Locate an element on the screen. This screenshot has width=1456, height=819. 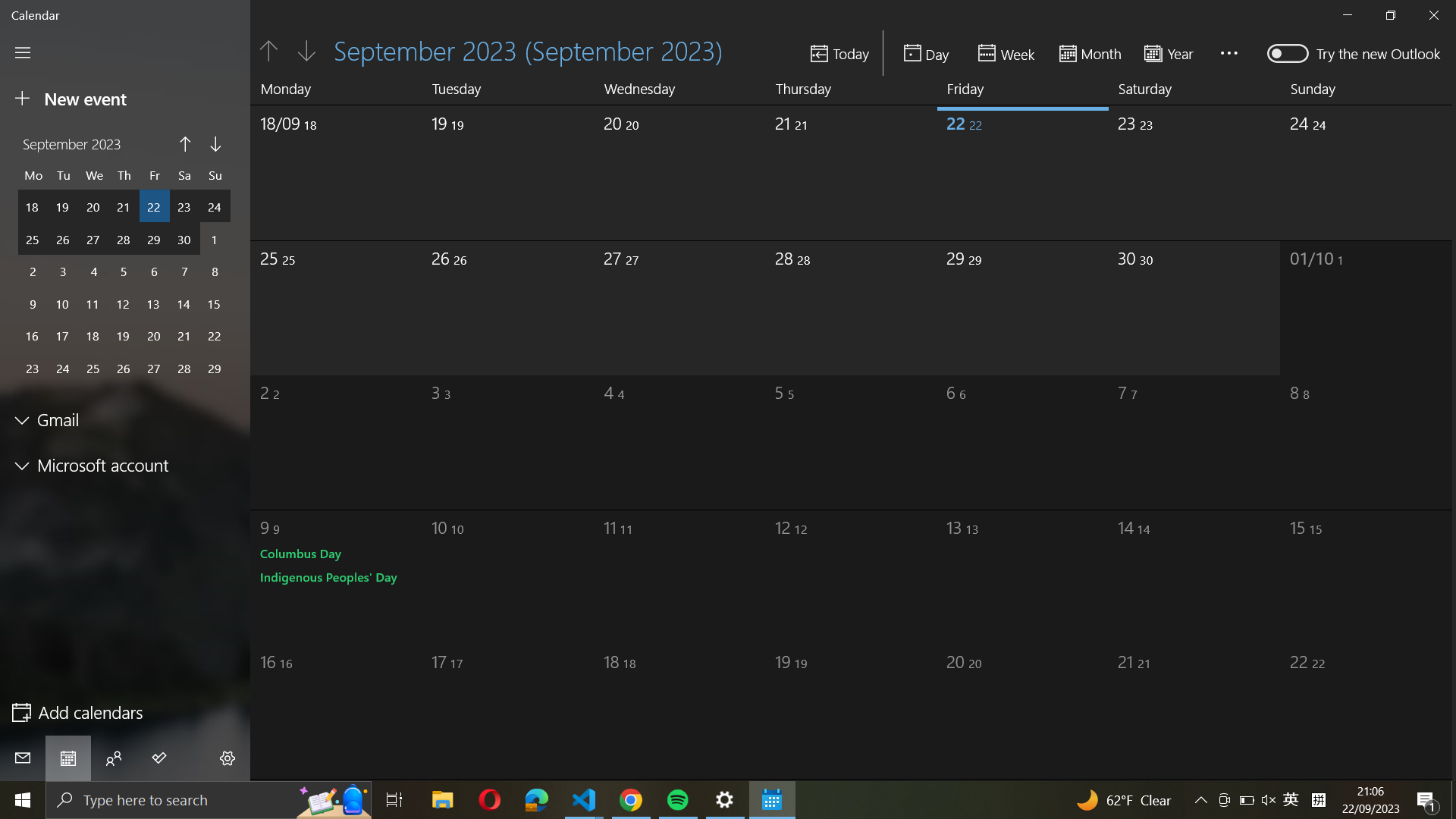
the date September 30th is located at coordinates (1195, 167).